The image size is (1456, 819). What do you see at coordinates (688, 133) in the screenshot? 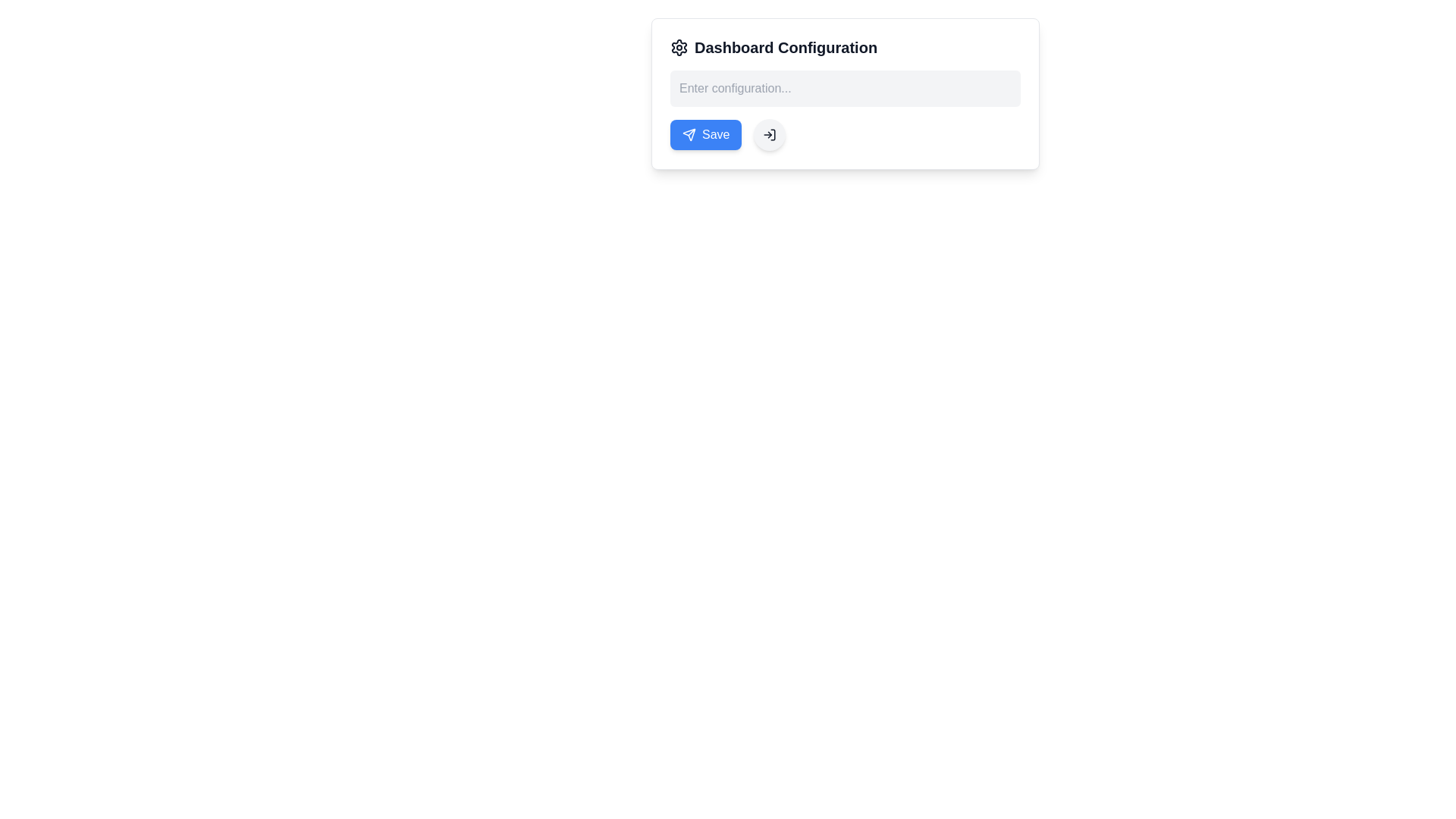
I see `the small triangular arrow-like icon embedded in the 'Save' button located within the 'Dashboard Configuration' box` at bounding box center [688, 133].